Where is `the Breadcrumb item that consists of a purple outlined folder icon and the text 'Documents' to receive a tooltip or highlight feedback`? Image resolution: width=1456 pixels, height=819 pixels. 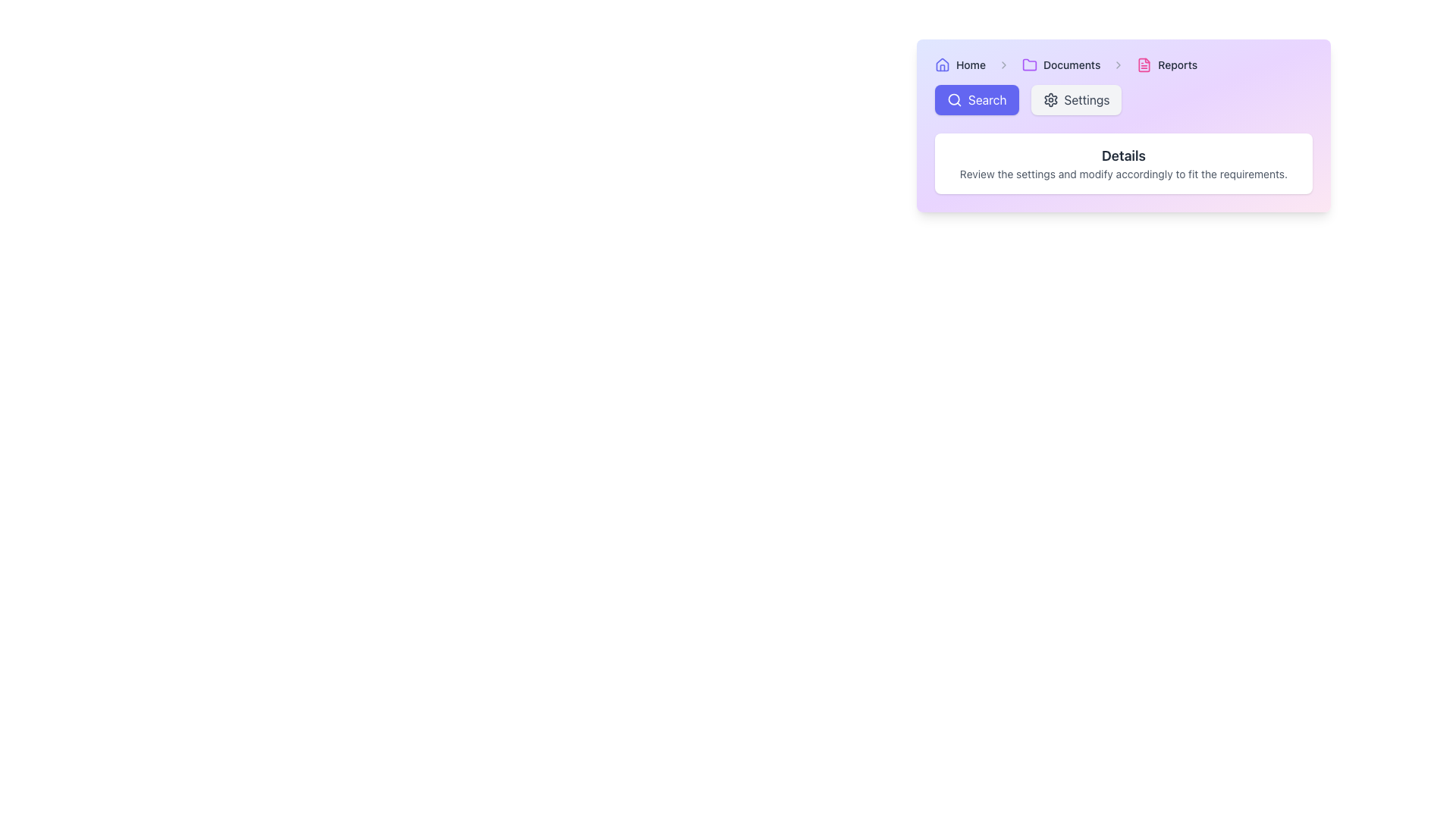
the Breadcrumb item that consists of a purple outlined folder icon and the text 'Documents' to receive a tooltip or highlight feedback is located at coordinates (1060, 64).